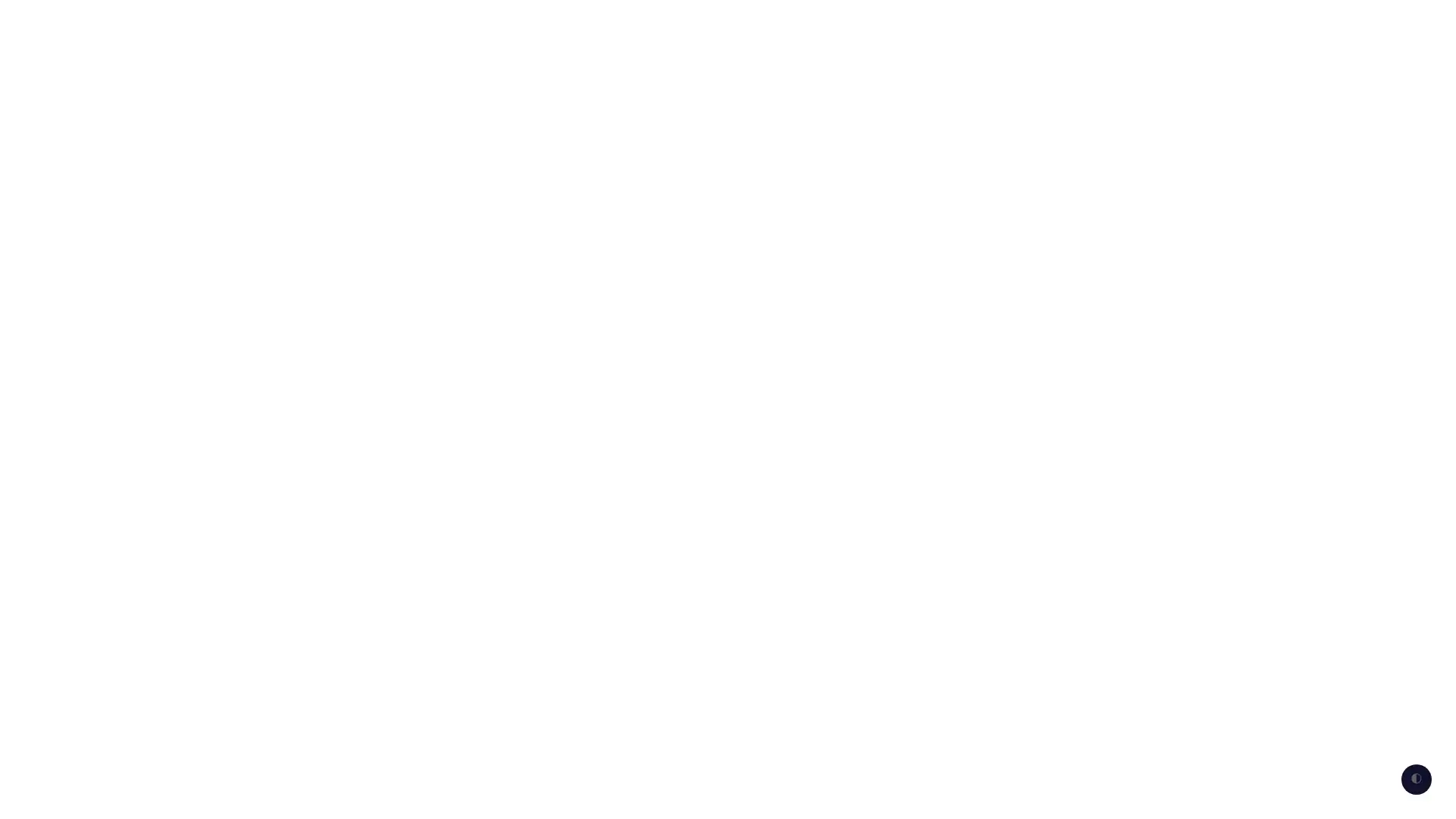 The width and height of the screenshot is (1456, 819). I want to click on About, so click(1285, 23).